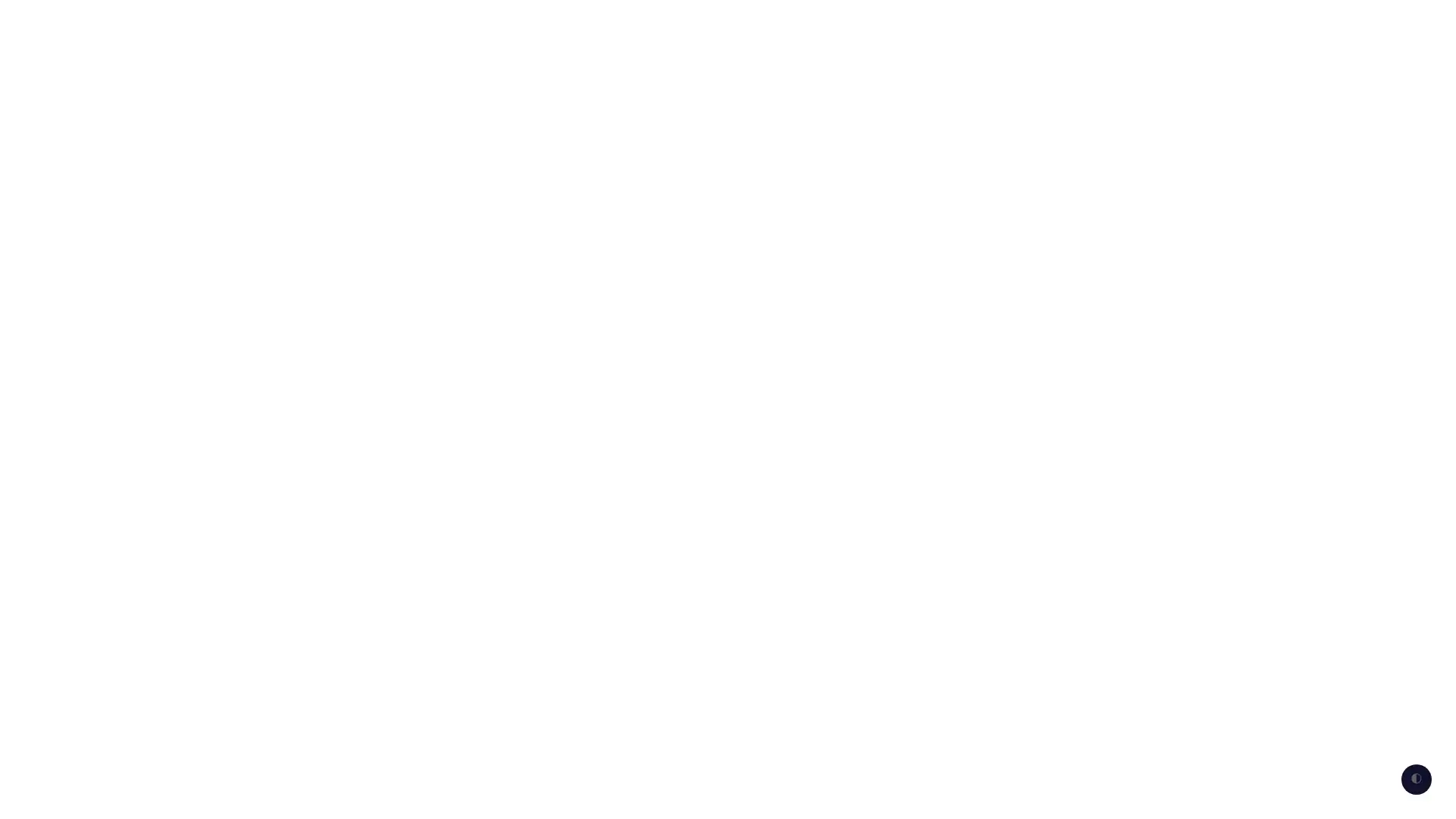 The width and height of the screenshot is (1456, 819). I want to click on About, so click(1285, 23).